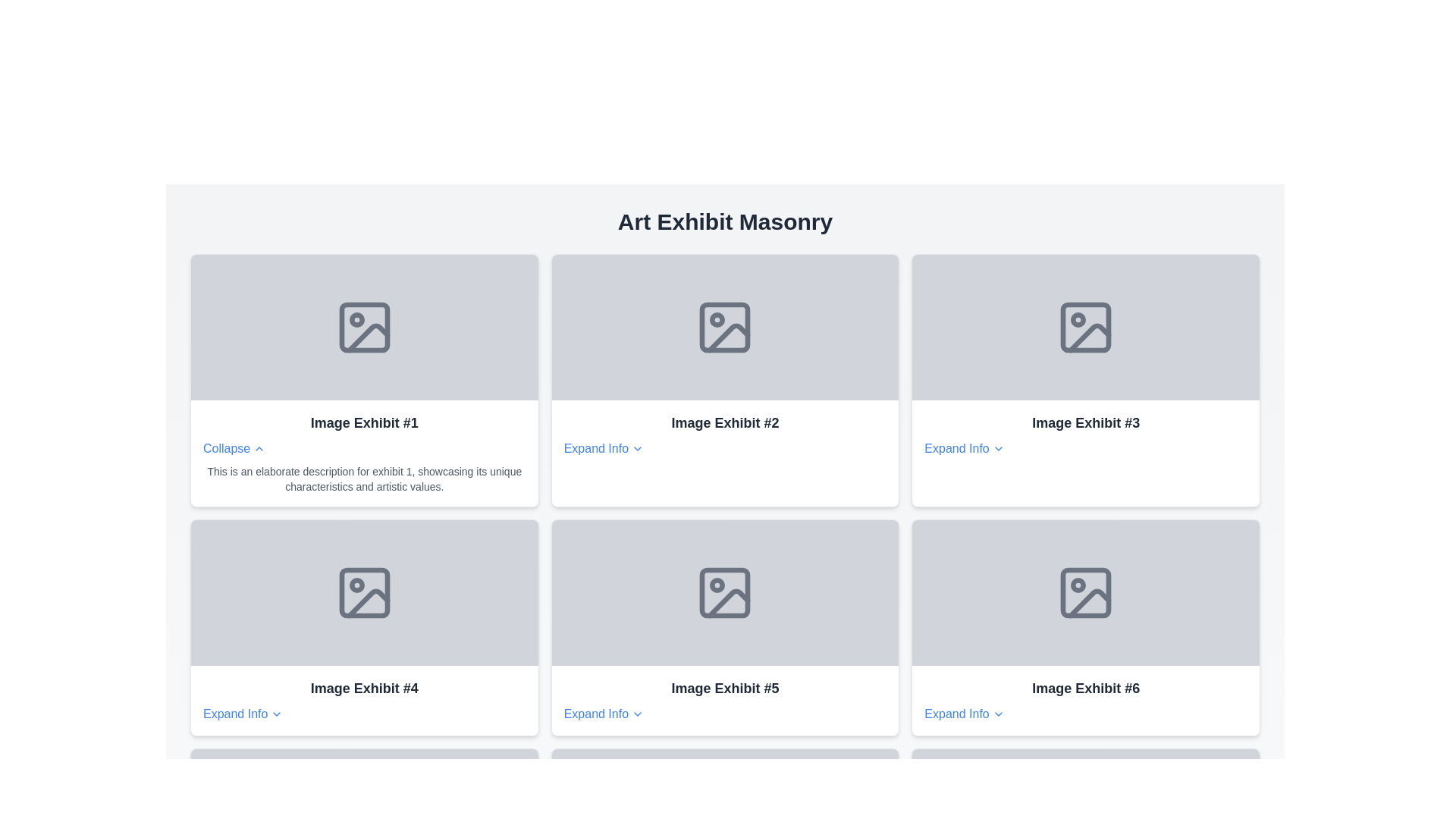 The width and height of the screenshot is (1456, 819). Describe the element at coordinates (364, 479) in the screenshot. I see `text element containing the description for exhibit 1, which is styled in small gray font and positioned below the 'Collapse' control` at that location.